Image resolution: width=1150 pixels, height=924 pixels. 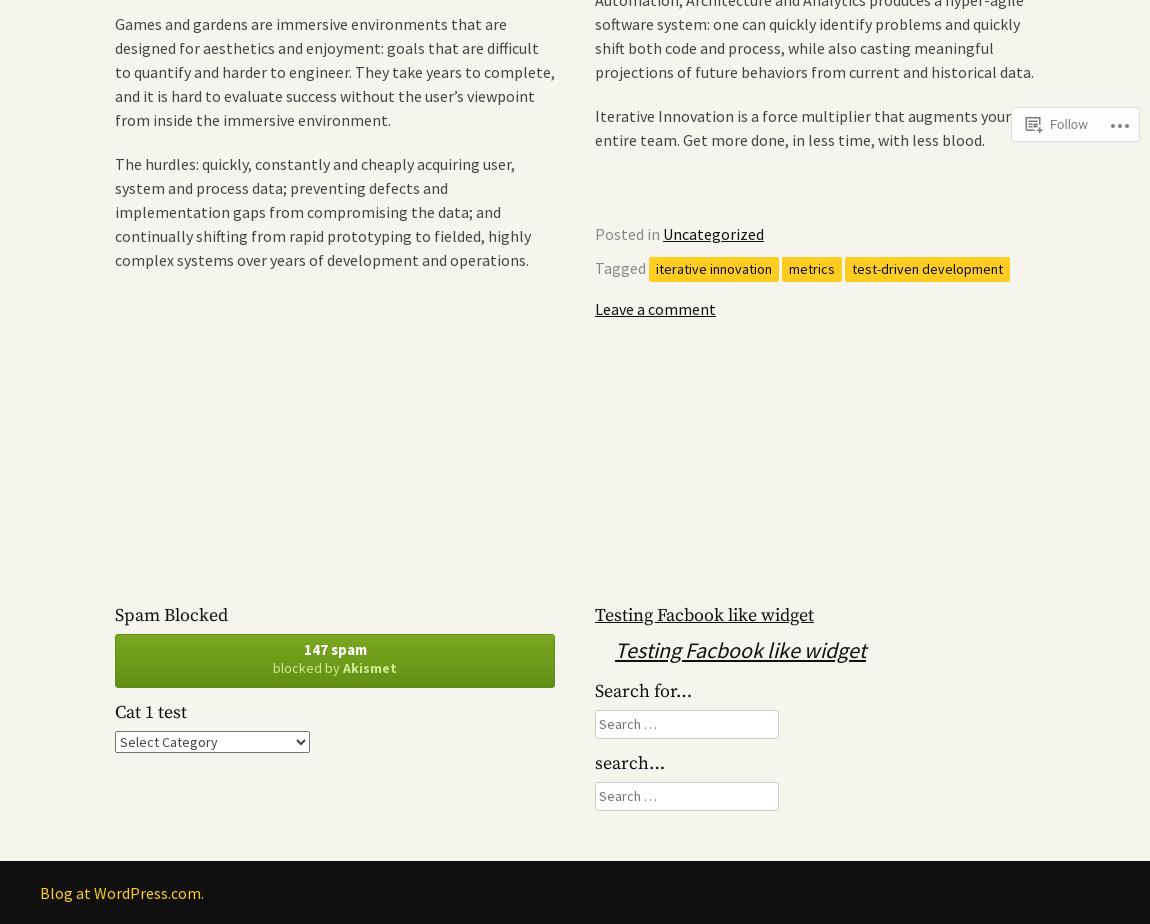 What do you see at coordinates (334, 70) in the screenshot?
I see `'Games and gardens are immersive environments that are designed for aesthetics and enjoyment: goals that are difficult to quantify and harder to engineer. They take years to complete, and it is hard to evaluate success without the user’s viewpoint from inside the immersive environment.'` at bounding box center [334, 70].